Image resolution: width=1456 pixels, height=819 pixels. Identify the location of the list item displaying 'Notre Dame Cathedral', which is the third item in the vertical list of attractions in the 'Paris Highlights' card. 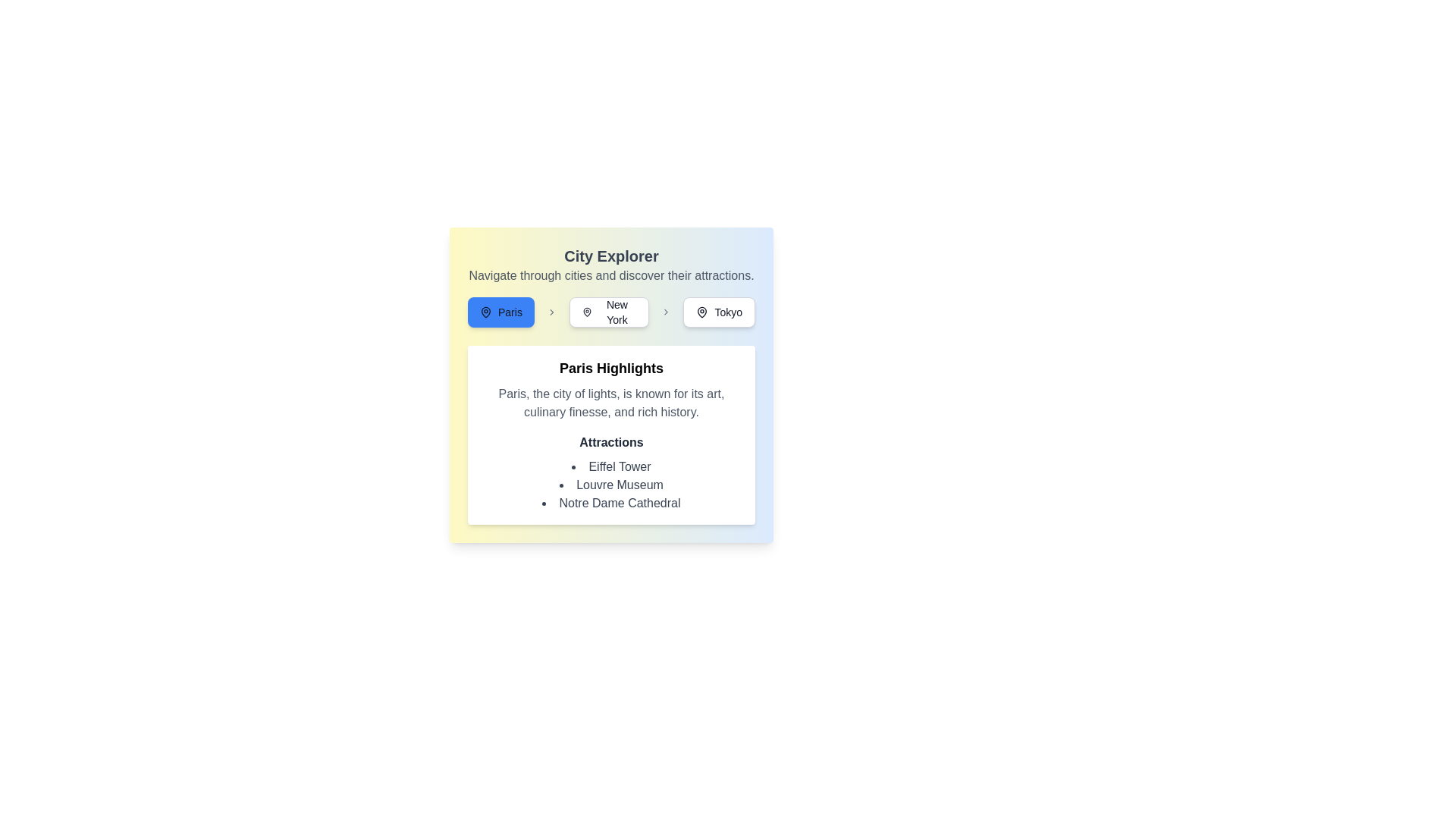
(611, 503).